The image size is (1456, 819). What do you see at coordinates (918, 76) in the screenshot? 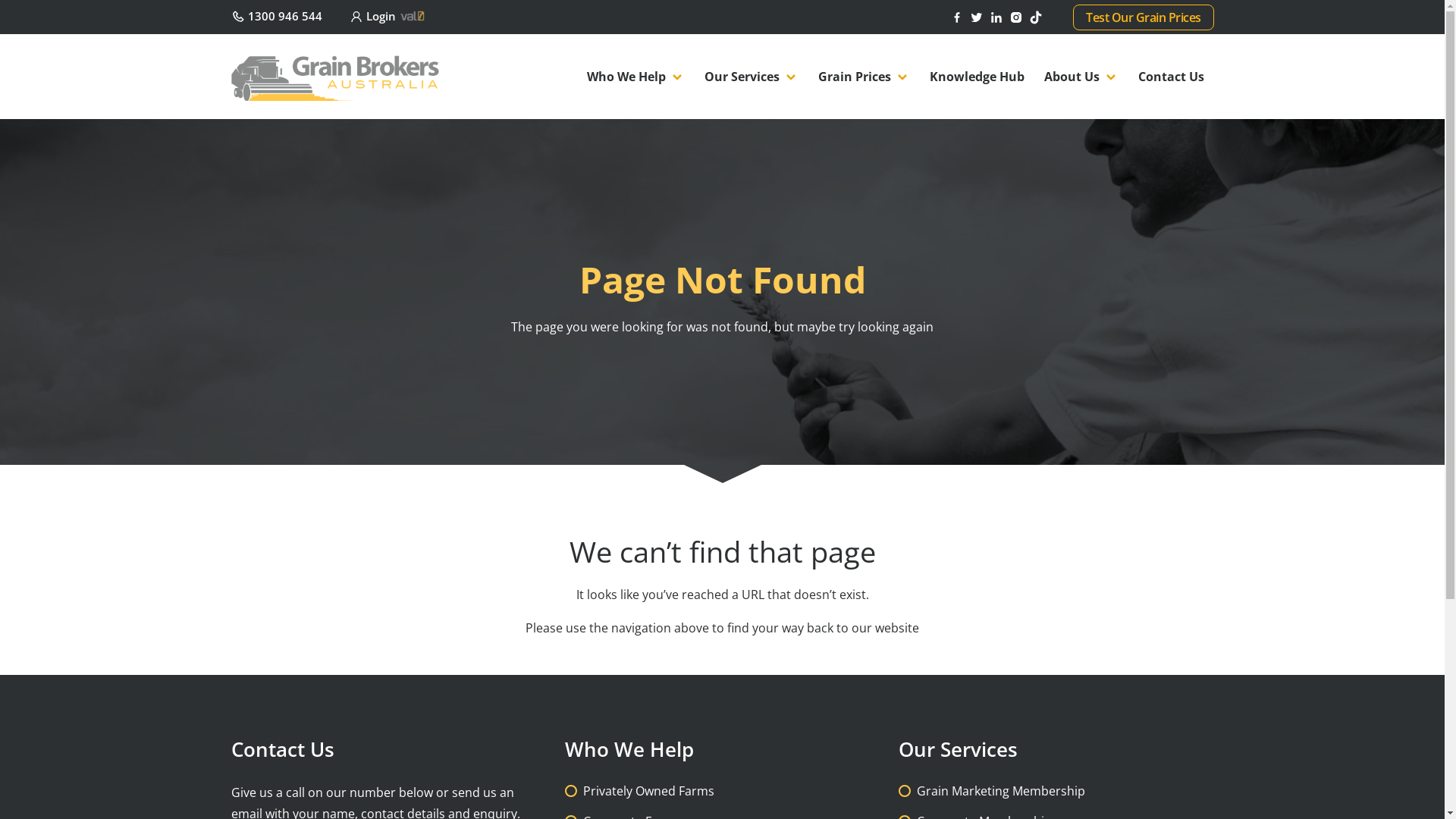
I see `'Knowledge Hub'` at bounding box center [918, 76].